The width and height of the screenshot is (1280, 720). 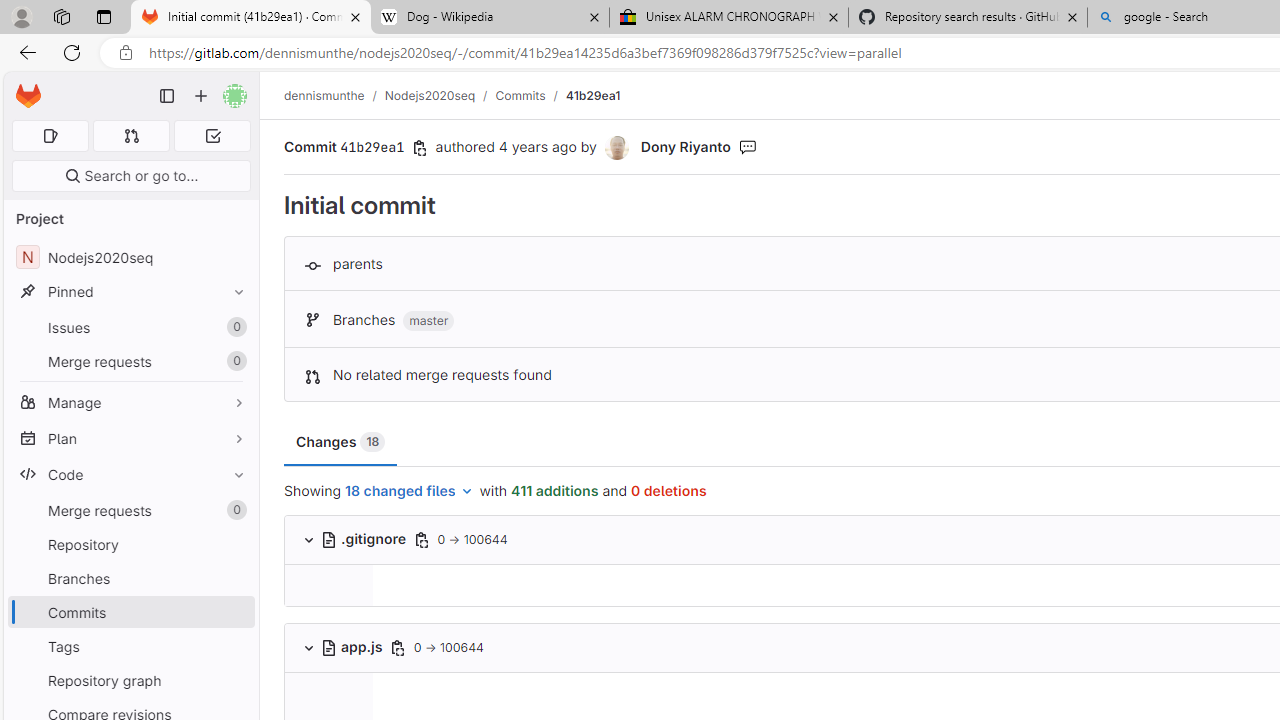 I want to click on 'Repository graph', so click(x=130, y=679).